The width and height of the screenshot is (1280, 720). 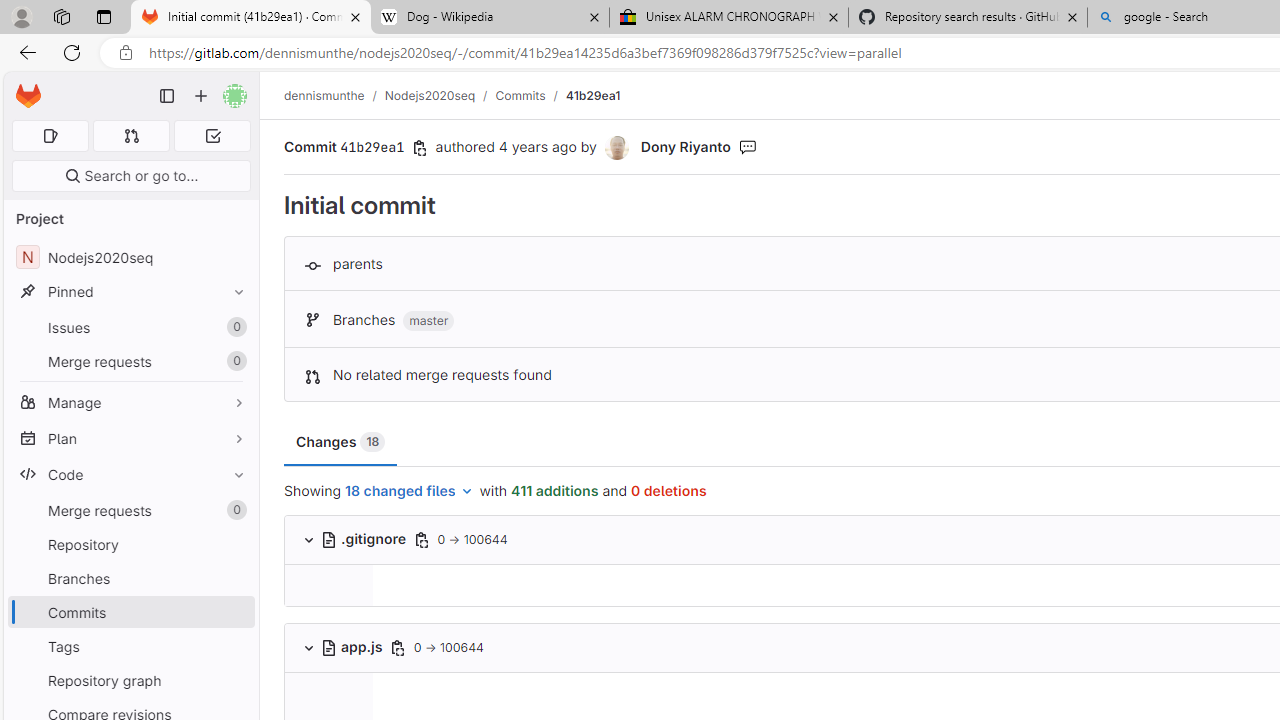 I want to click on 'Repository graph', so click(x=130, y=679).